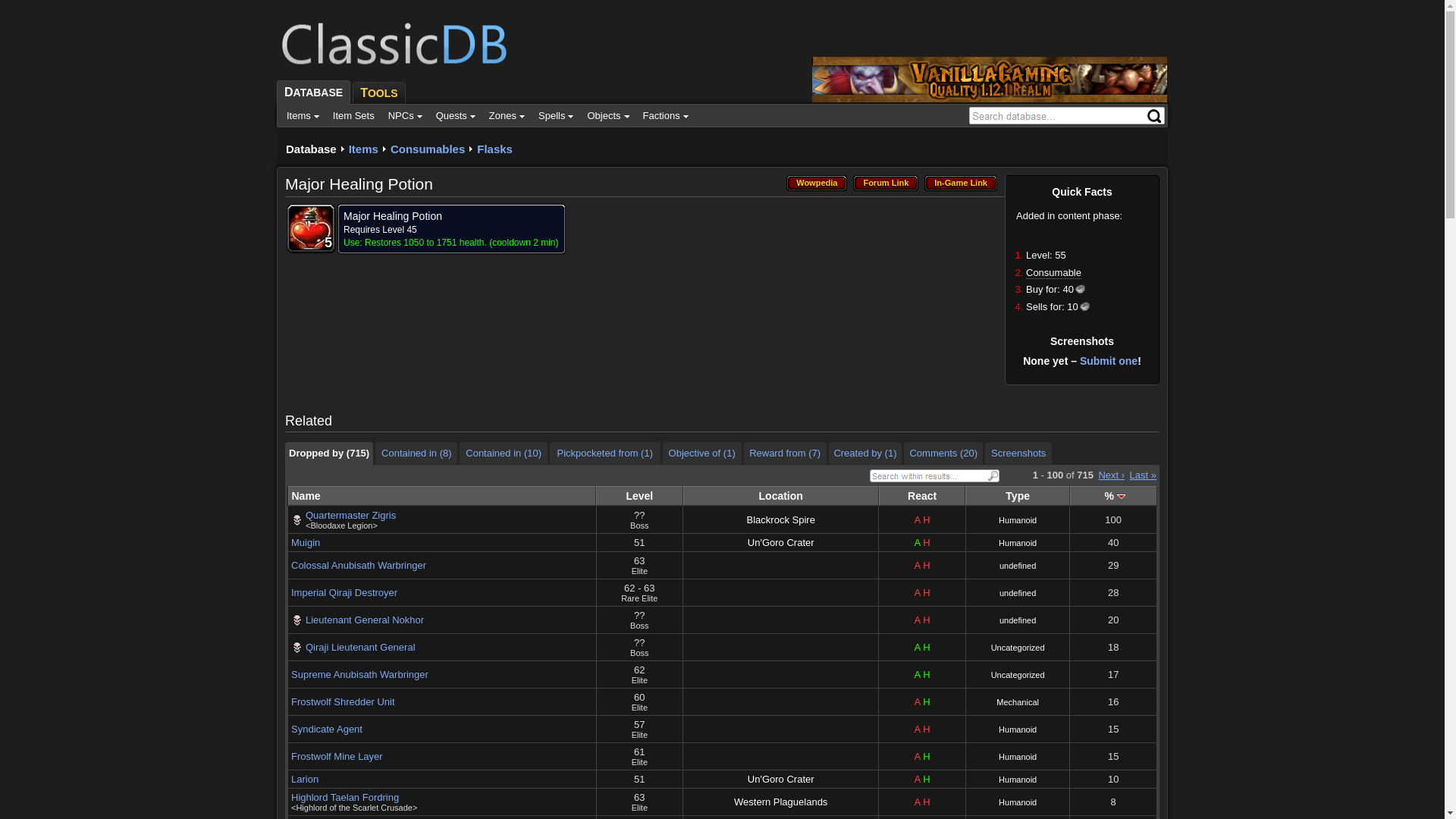  Describe the element at coordinates (364, 620) in the screenshot. I see `'Lieutenant General Nokhor'` at that location.